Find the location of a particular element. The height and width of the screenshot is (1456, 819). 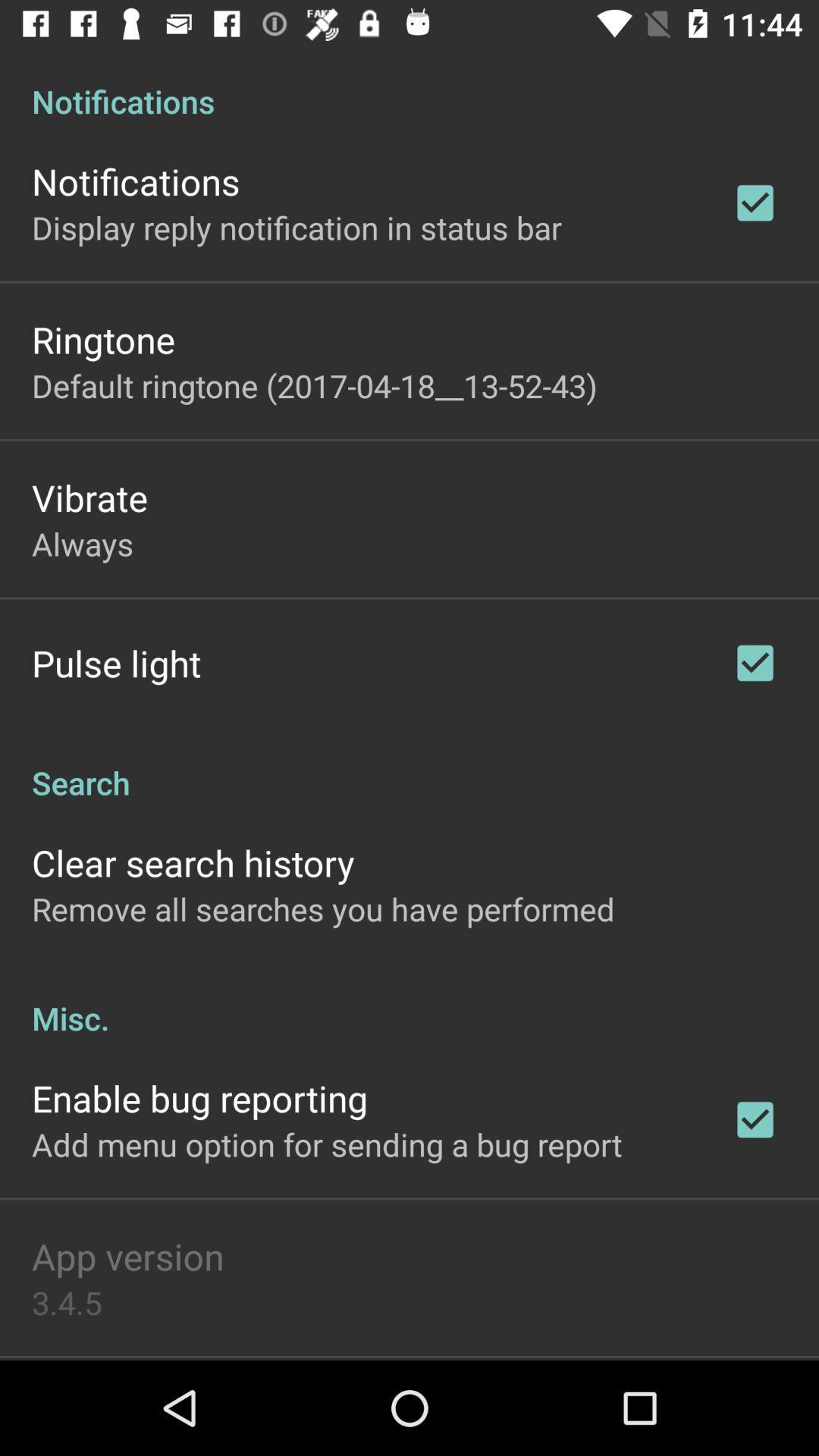

the icon below app version item is located at coordinates (66, 1301).